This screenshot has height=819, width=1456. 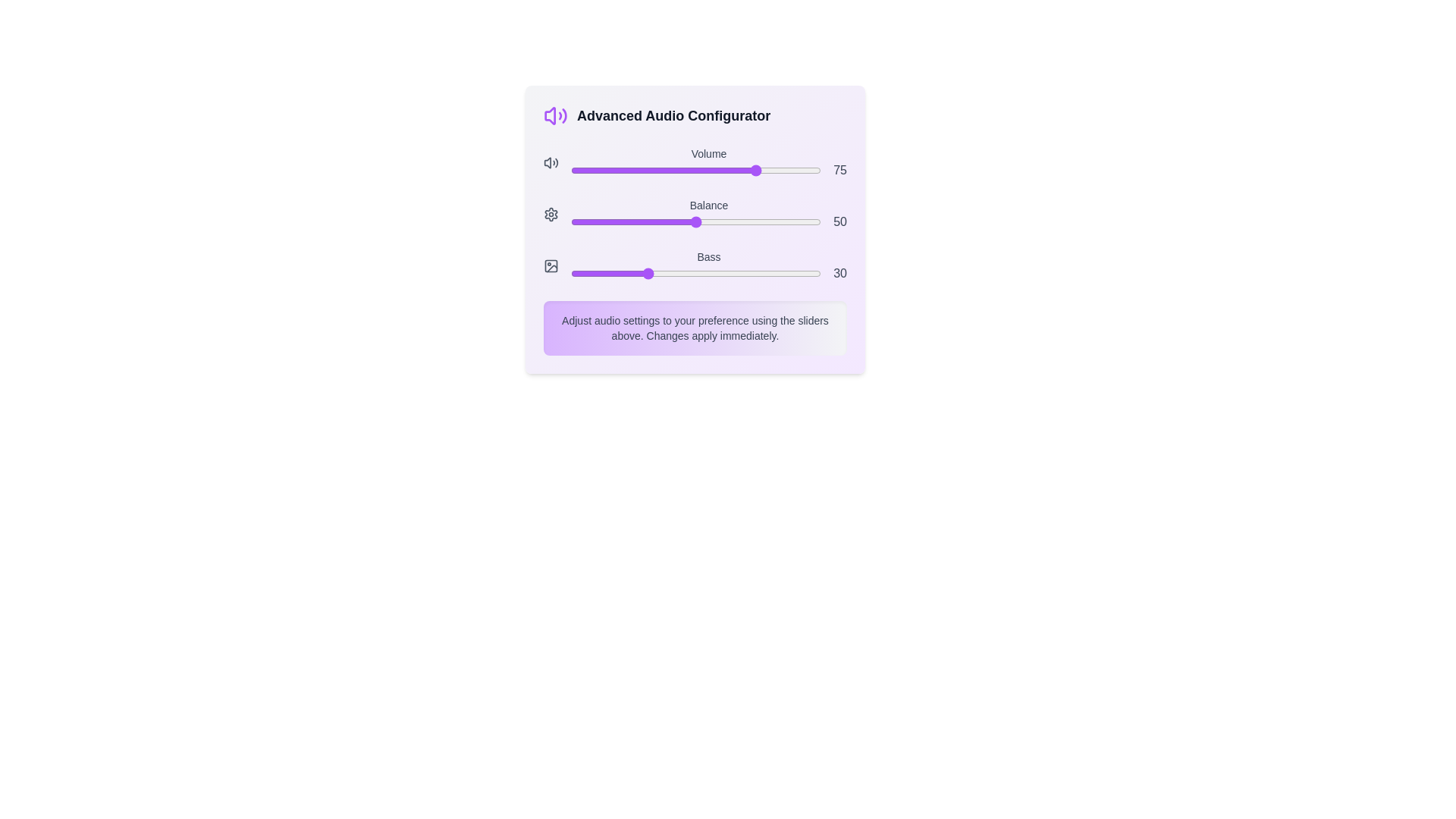 What do you see at coordinates (639, 170) in the screenshot?
I see `the volume slider to set the volume to 27%` at bounding box center [639, 170].